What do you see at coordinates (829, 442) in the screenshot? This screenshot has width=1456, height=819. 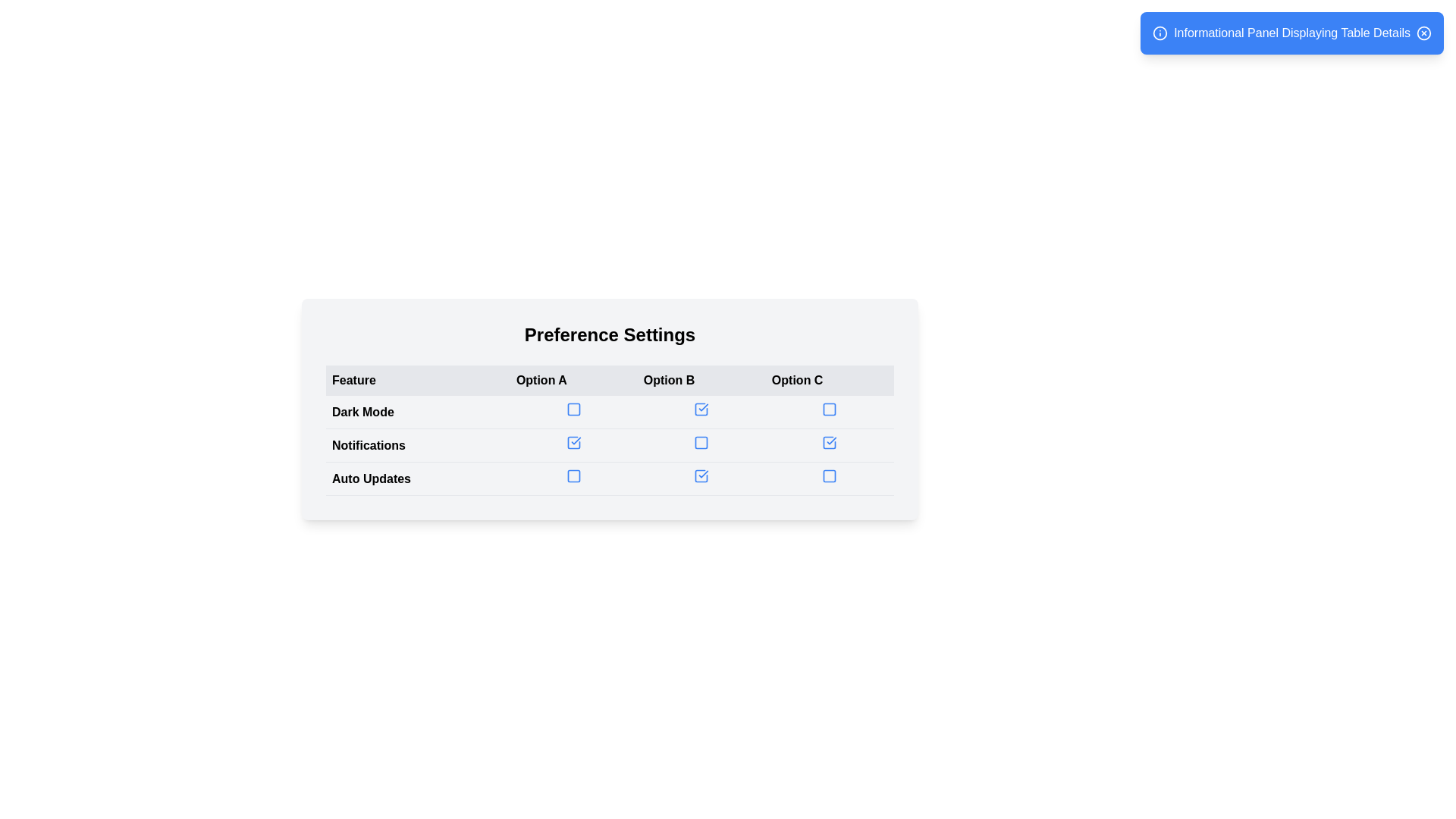 I see `the checkbox for 'Auto Updates' under 'Option C'` at bounding box center [829, 442].